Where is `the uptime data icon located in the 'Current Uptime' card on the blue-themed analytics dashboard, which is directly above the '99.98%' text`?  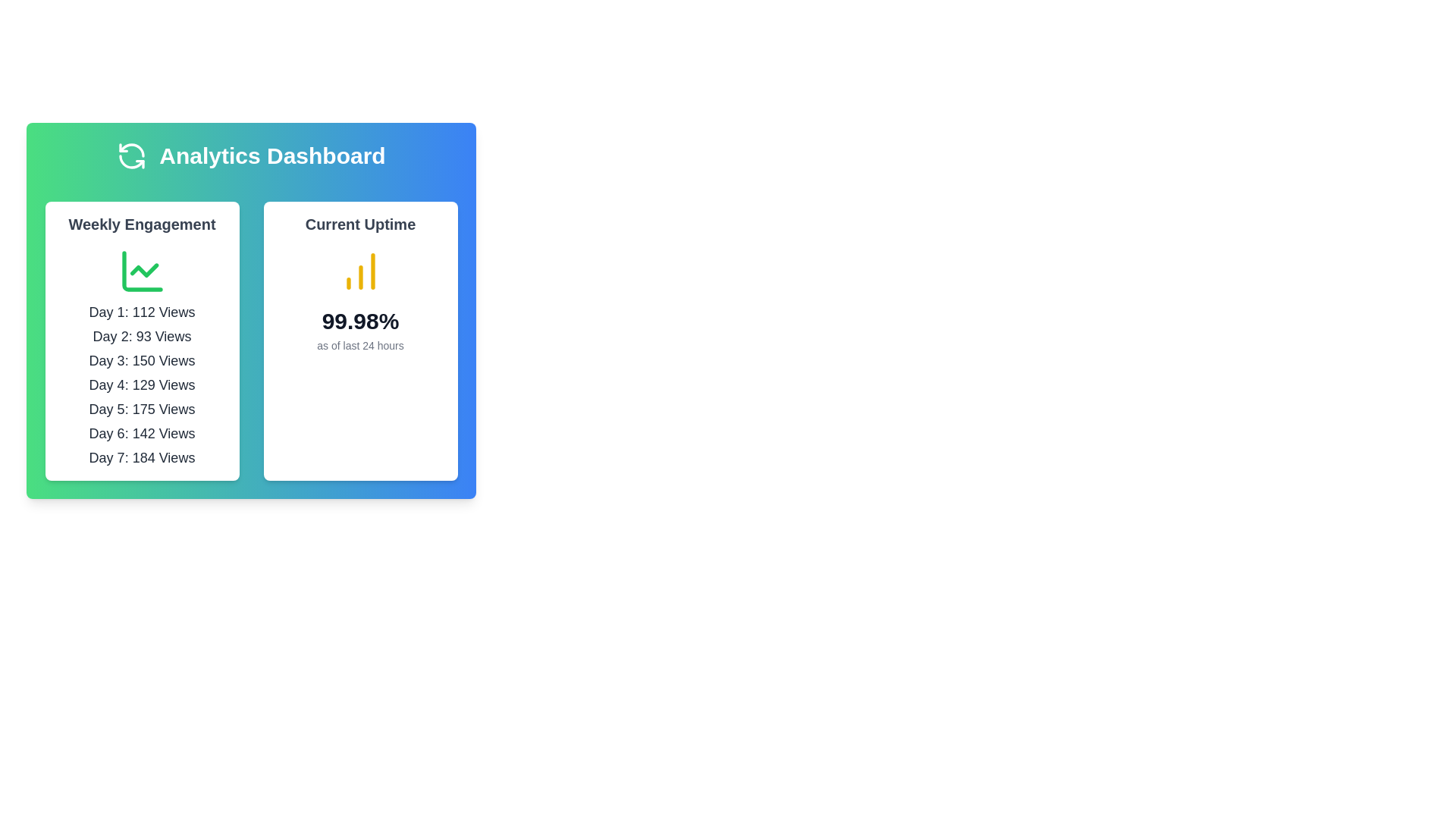
the uptime data icon located in the 'Current Uptime' card on the blue-themed analytics dashboard, which is directly above the '99.98%' text is located at coordinates (359, 271).